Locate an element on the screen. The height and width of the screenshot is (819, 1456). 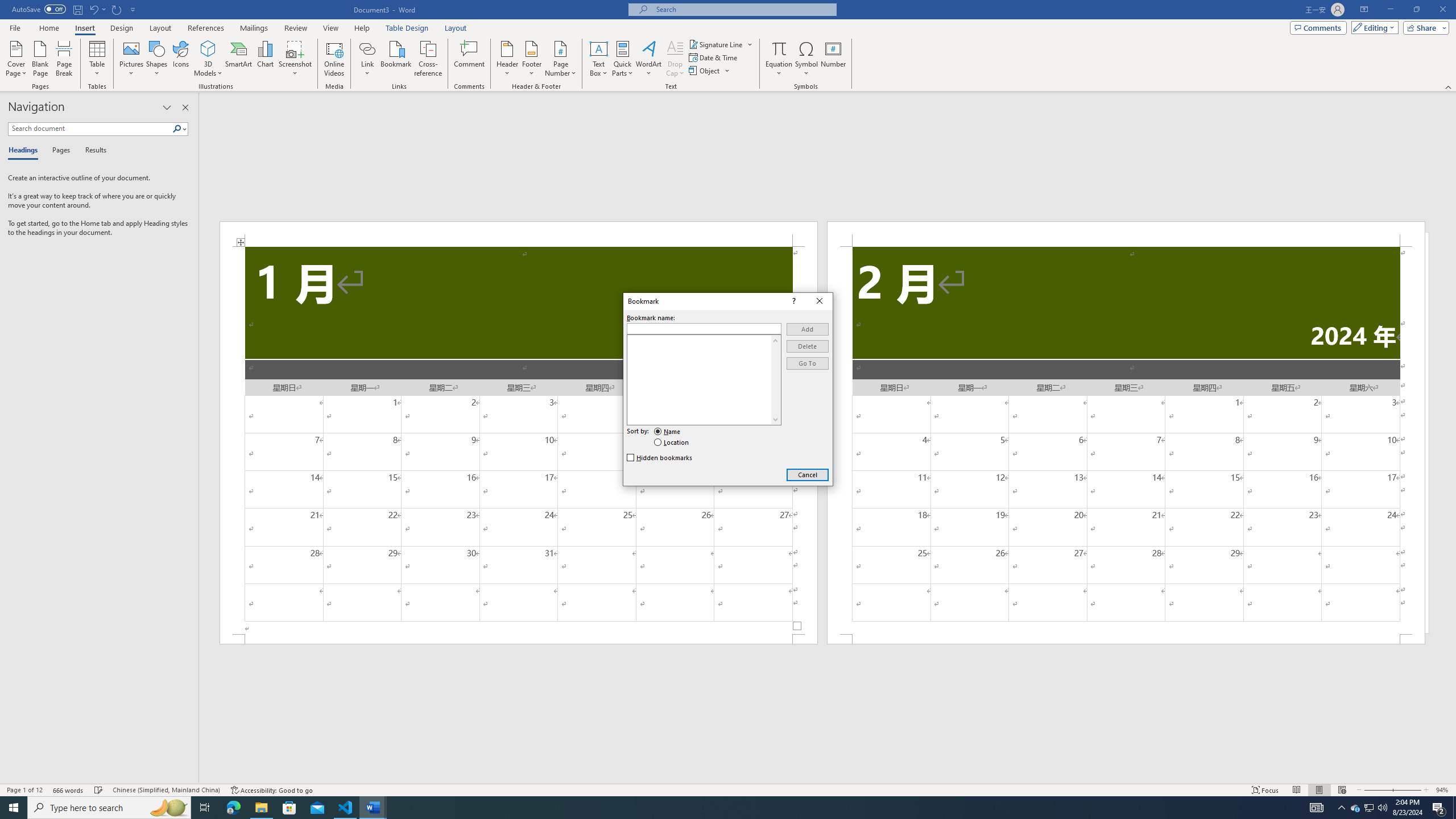
'Drop Cap' is located at coordinates (675, 59).